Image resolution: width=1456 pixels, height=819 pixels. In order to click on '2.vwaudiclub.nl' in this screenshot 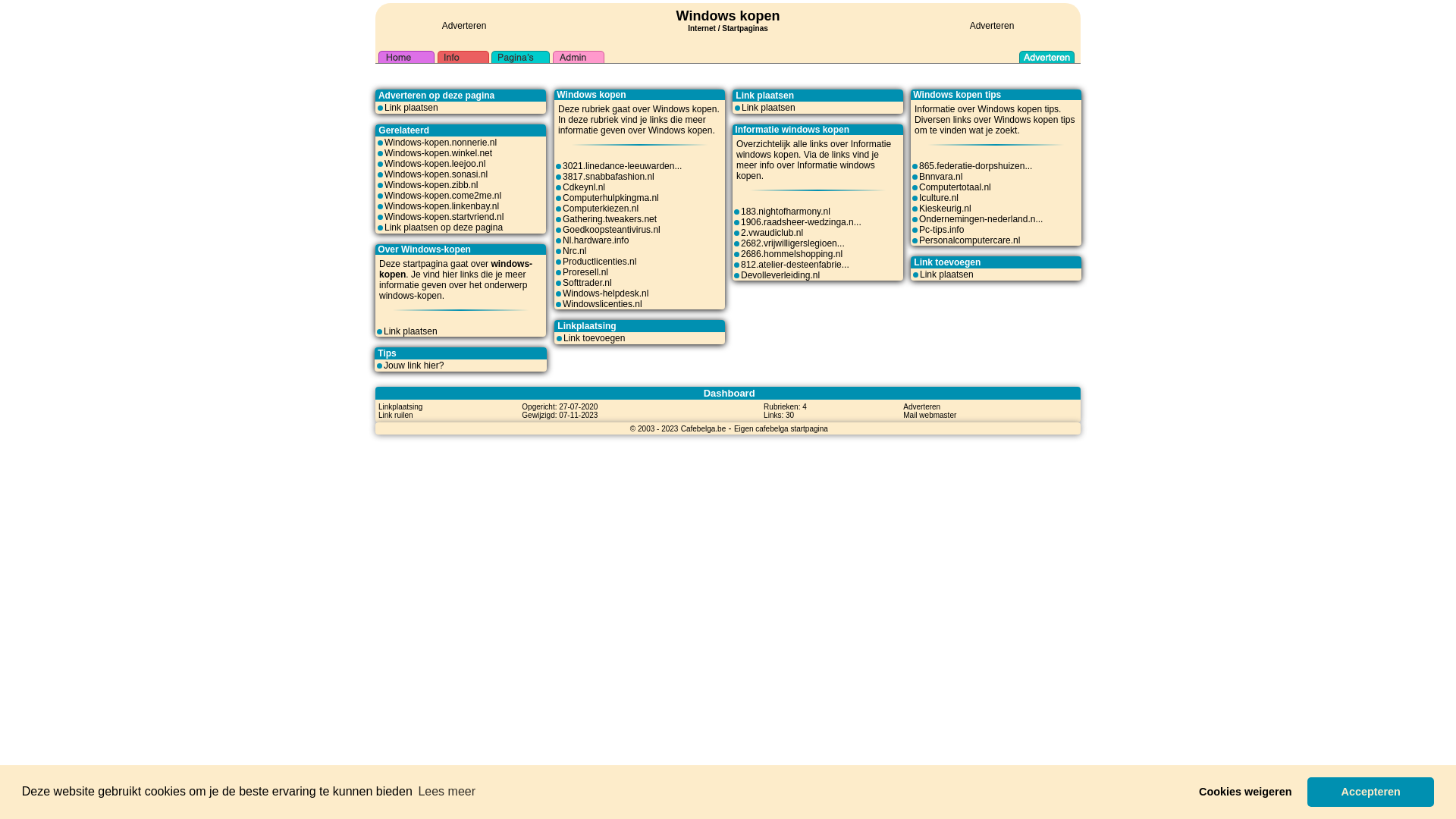, I will do `click(771, 233)`.